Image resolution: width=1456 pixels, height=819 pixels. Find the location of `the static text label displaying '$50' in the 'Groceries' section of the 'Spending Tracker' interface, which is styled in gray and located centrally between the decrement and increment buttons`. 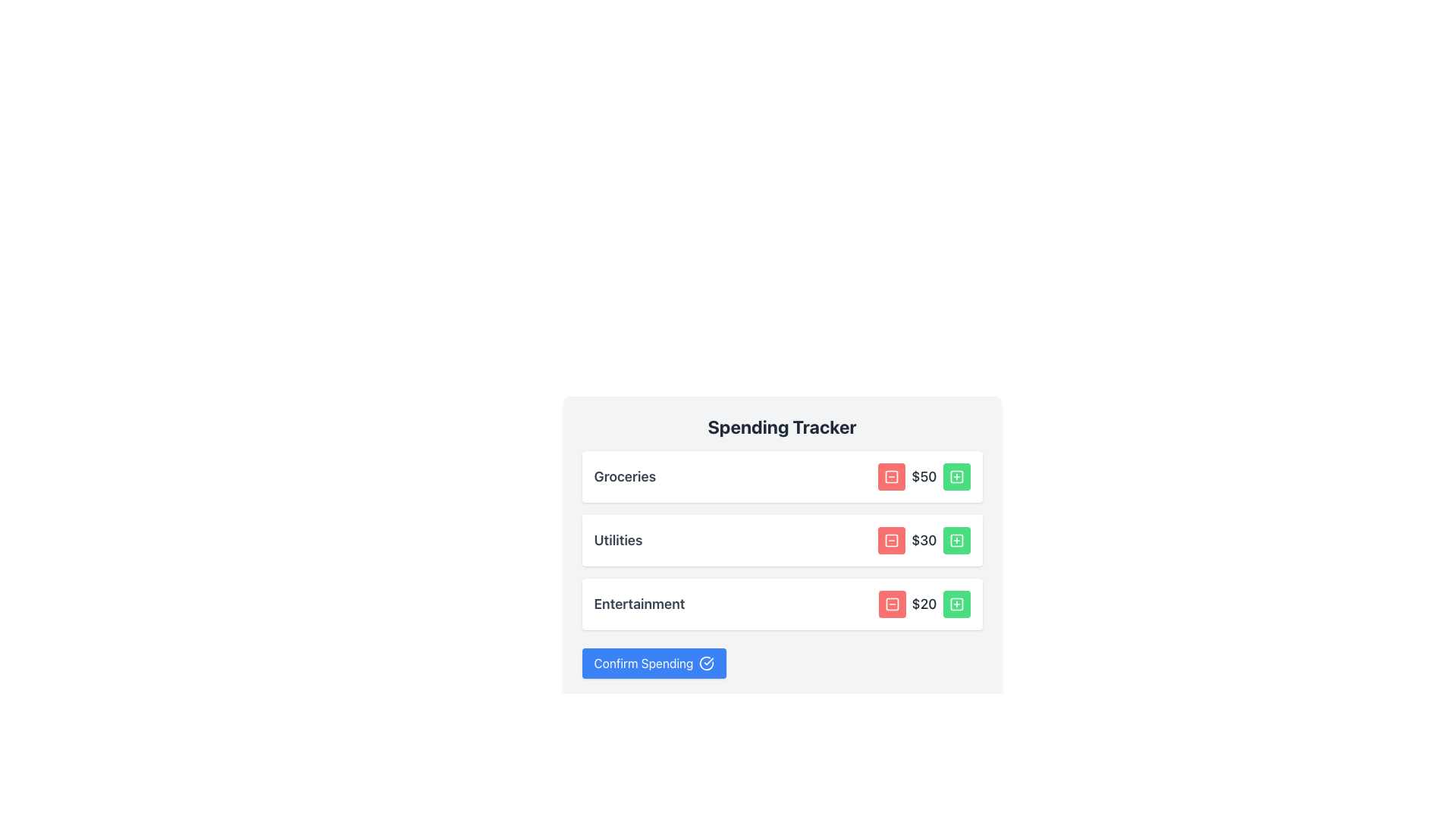

the static text label displaying '$50' in the 'Groceries' section of the 'Spending Tracker' interface, which is styled in gray and located centrally between the decrement and increment buttons is located at coordinates (923, 475).